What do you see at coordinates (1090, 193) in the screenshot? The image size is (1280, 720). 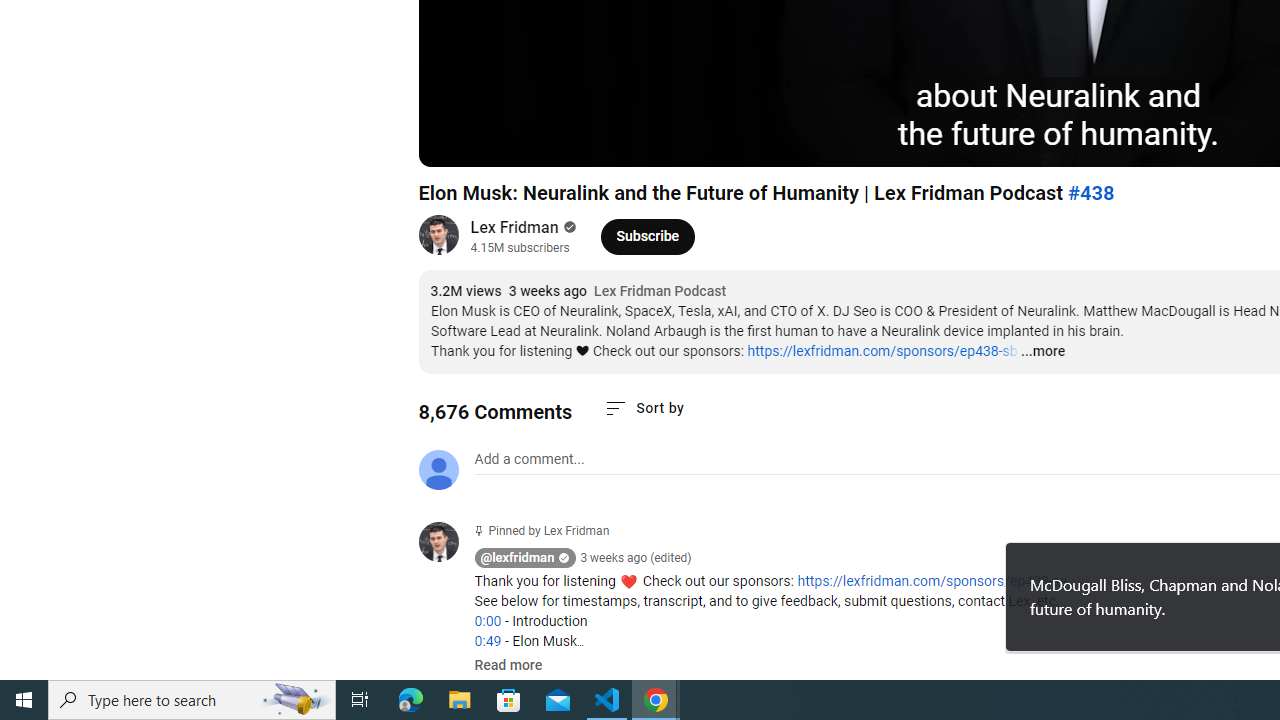 I see `'#438'` at bounding box center [1090, 193].